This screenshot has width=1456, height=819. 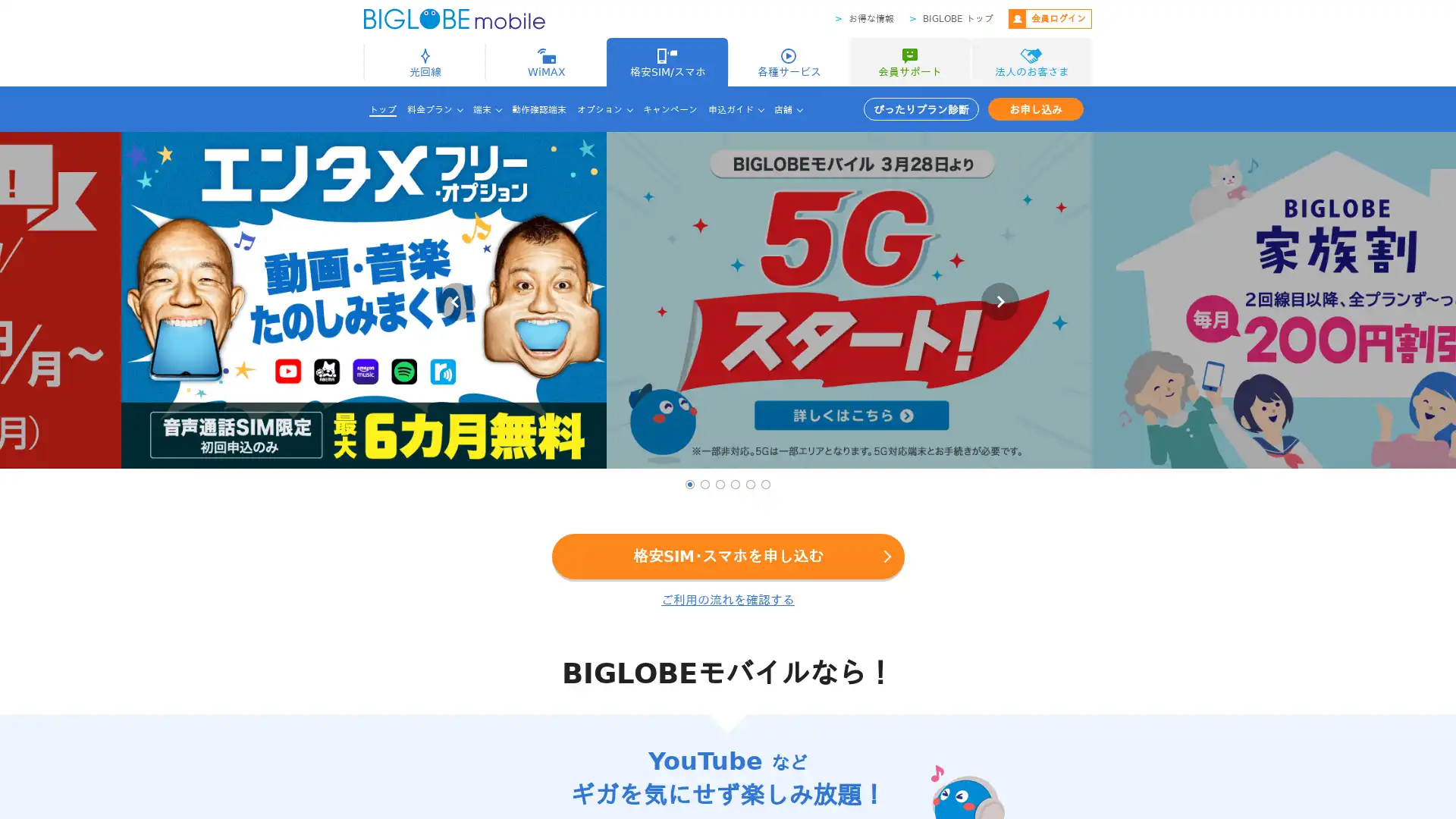 What do you see at coordinates (999, 301) in the screenshot?
I see `Next` at bounding box center [999, 301].